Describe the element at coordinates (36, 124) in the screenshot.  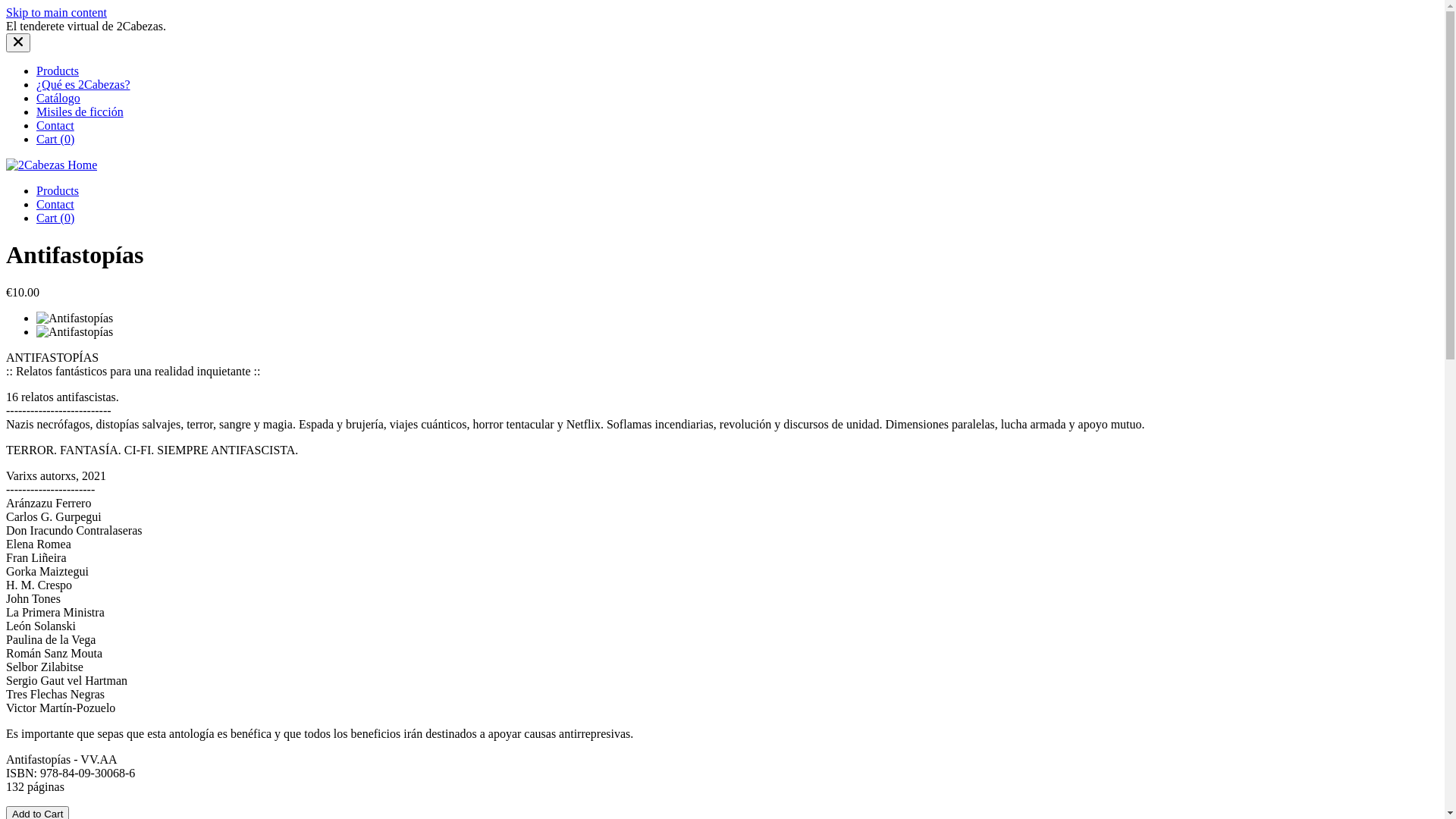
I see `'Contact'` at that location.